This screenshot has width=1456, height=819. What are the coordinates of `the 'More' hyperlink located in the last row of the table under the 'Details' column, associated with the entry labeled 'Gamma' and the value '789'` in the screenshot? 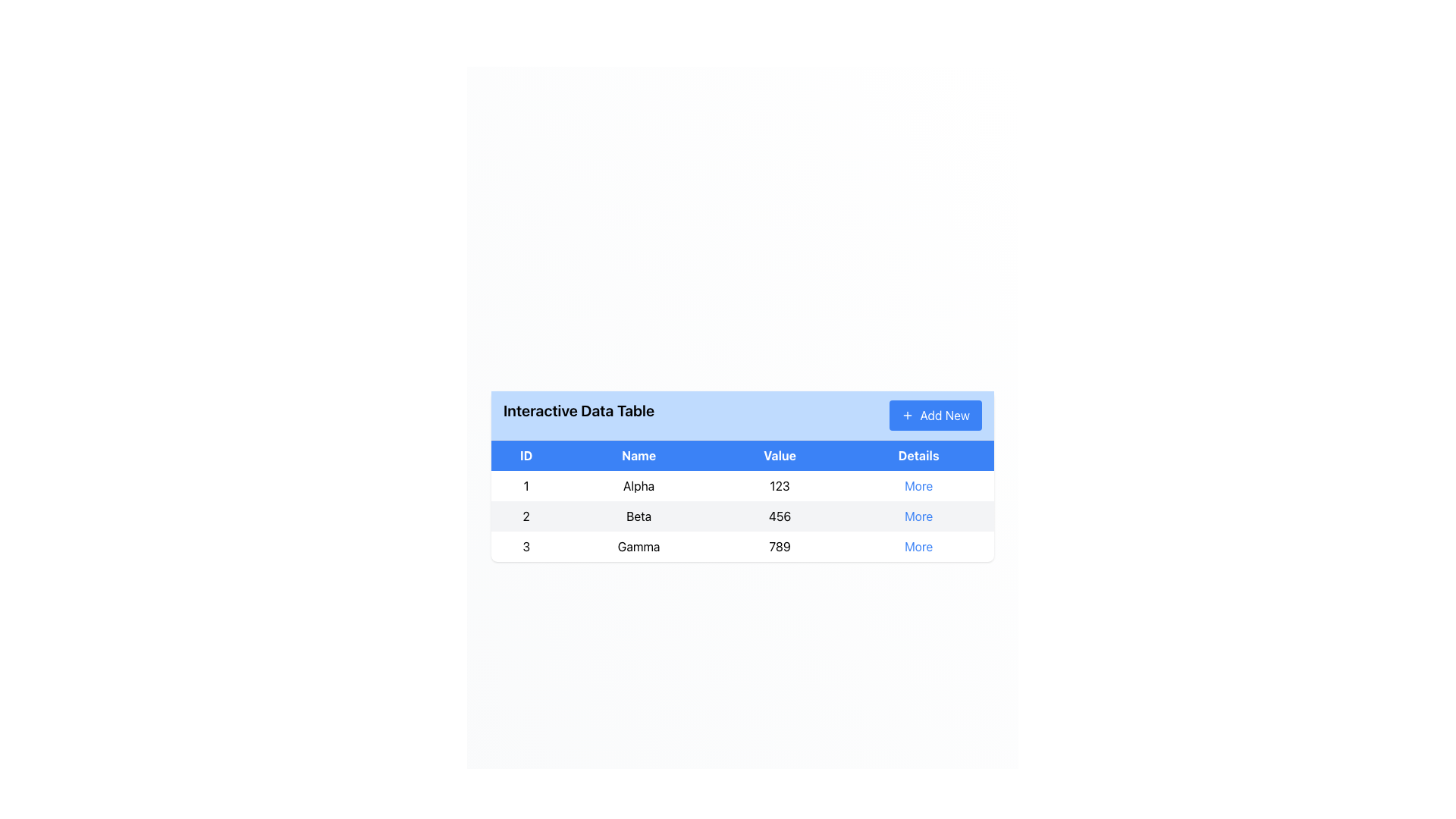 It's located at (918, 546).